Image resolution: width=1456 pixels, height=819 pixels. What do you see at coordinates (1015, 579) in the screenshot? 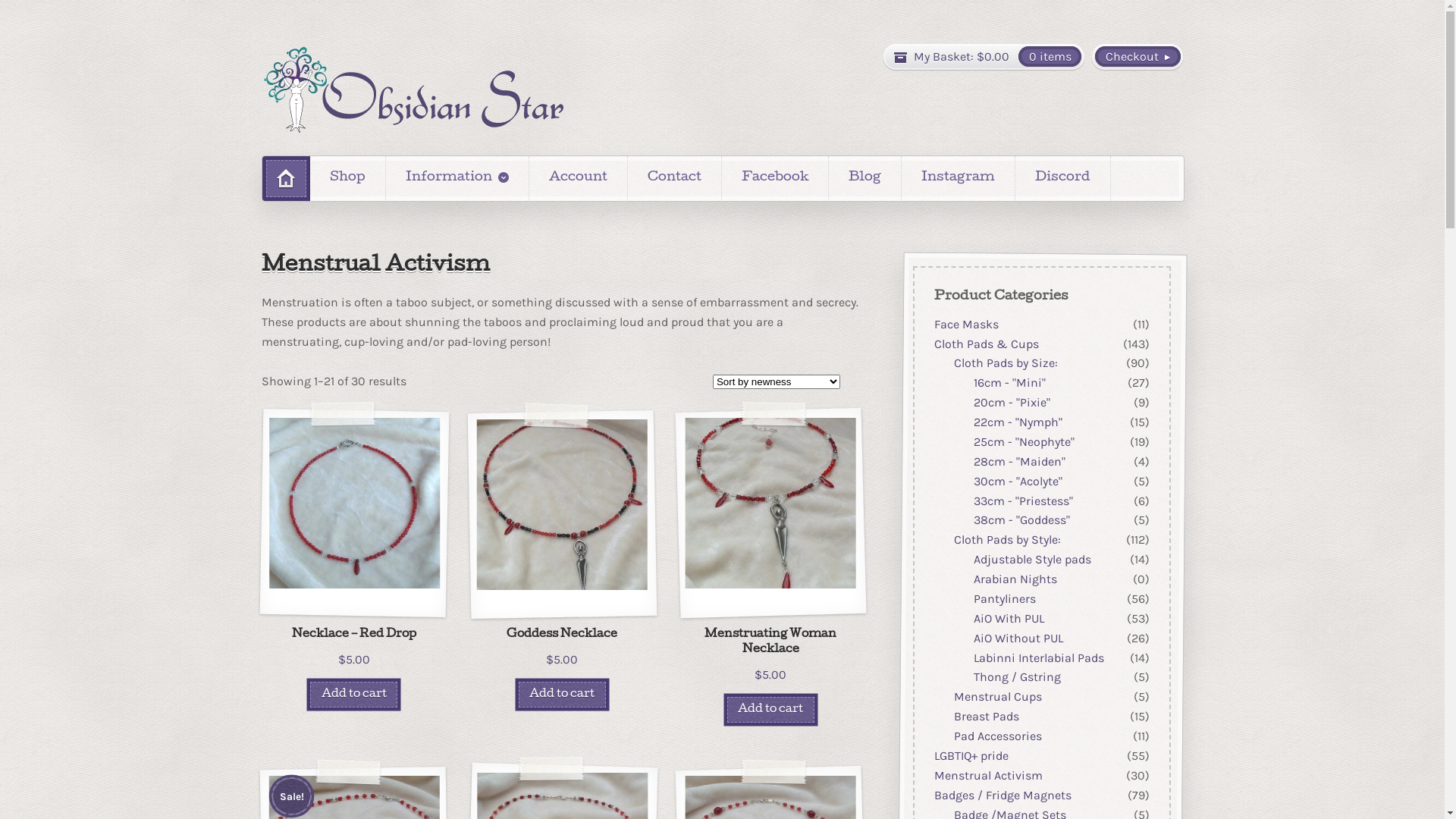
I see `'Arabian Nights'` at bounding box center [1015, 579].